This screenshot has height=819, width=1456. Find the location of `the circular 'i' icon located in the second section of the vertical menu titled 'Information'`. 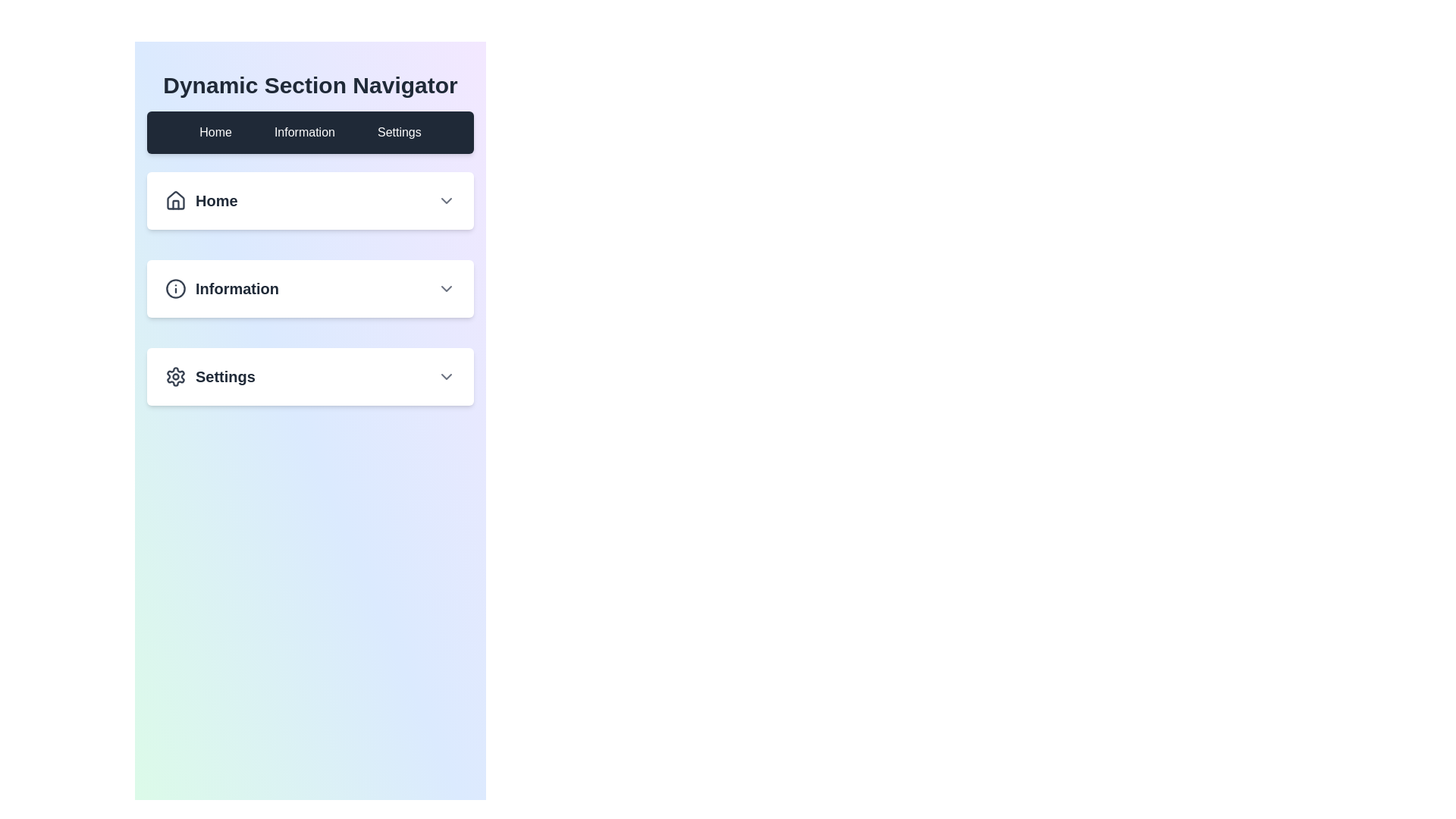

the circular 'i' icon located in the second section of the vertical menu titled 'Information' is located at coordinates (175, 289).